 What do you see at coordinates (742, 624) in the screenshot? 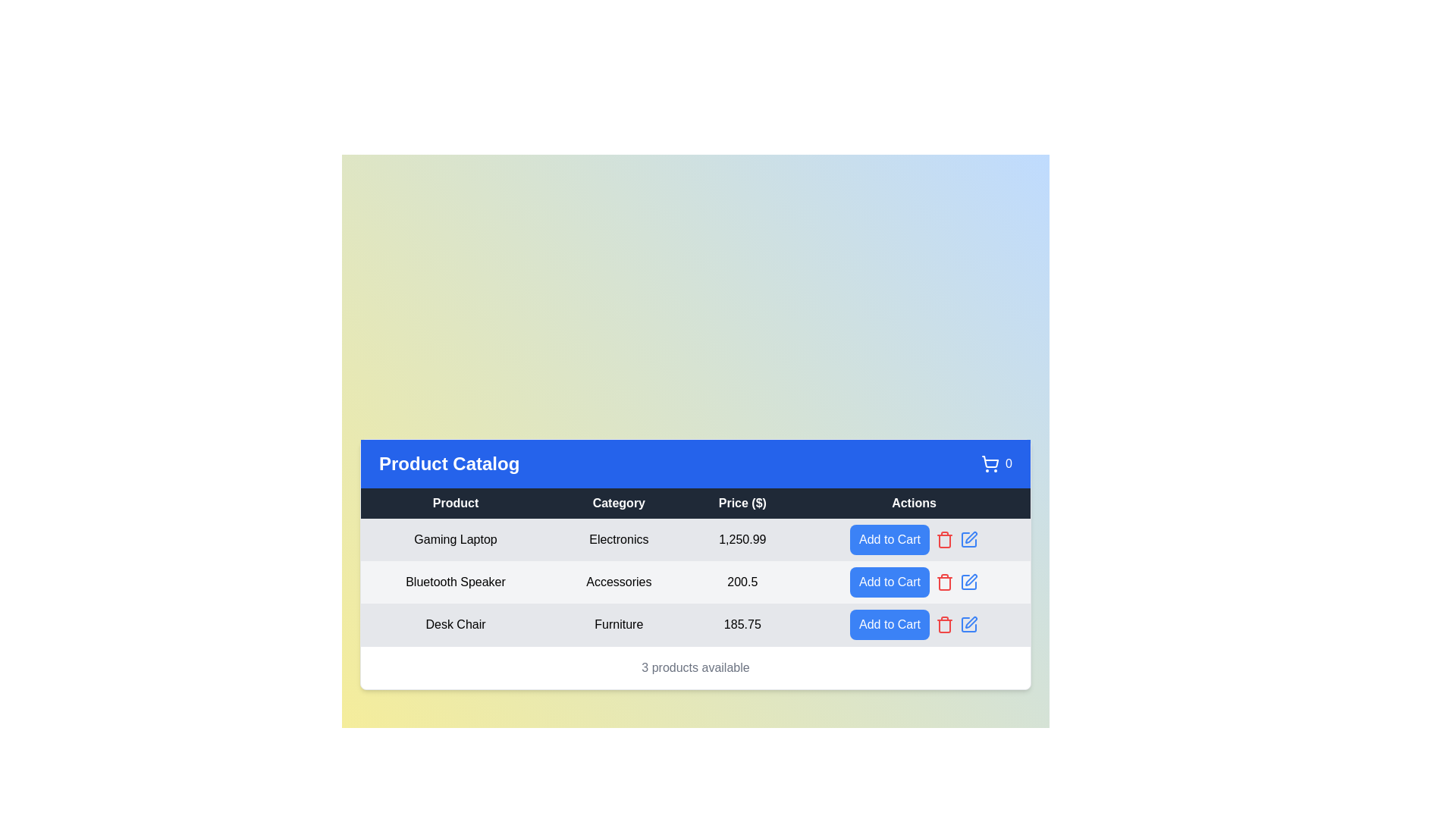
I see `the static text label displaying the price '185.75' for the product 'Desk Chair', located in the third row of a table under the 'Price ($)' column` at bounding box center [742, 624].